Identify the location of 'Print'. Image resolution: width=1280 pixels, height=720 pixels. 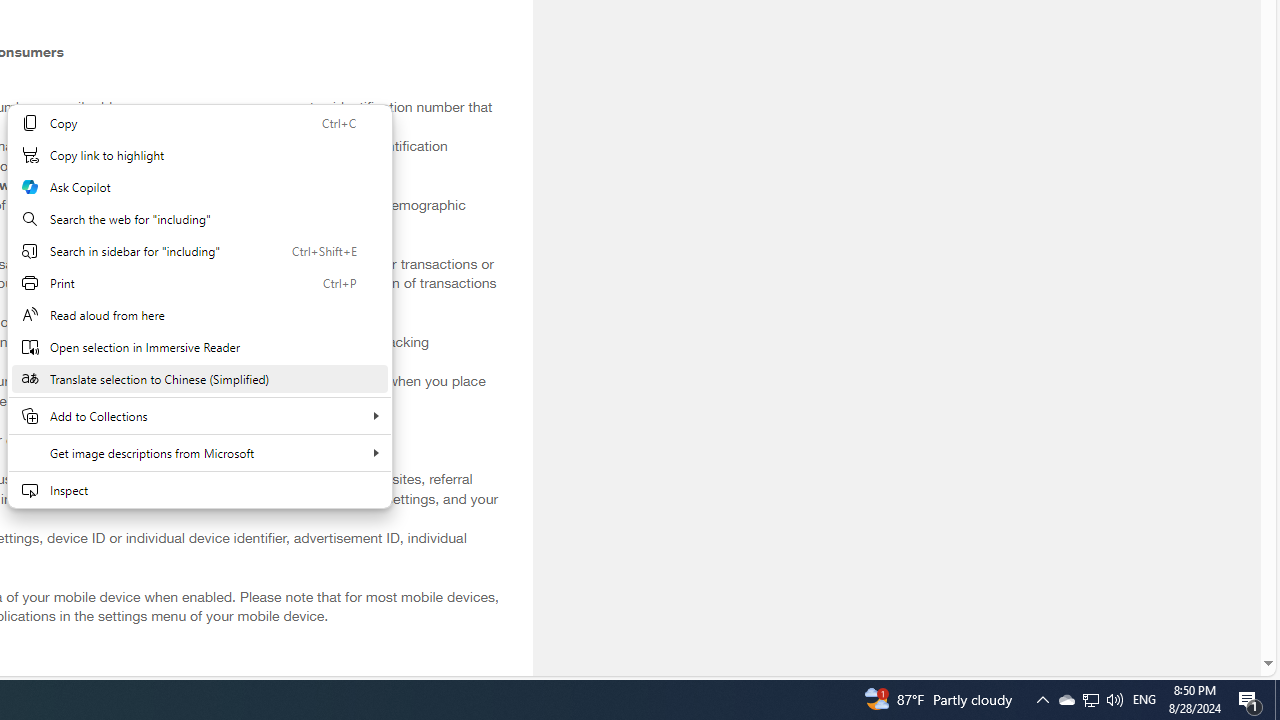
(199, 282).